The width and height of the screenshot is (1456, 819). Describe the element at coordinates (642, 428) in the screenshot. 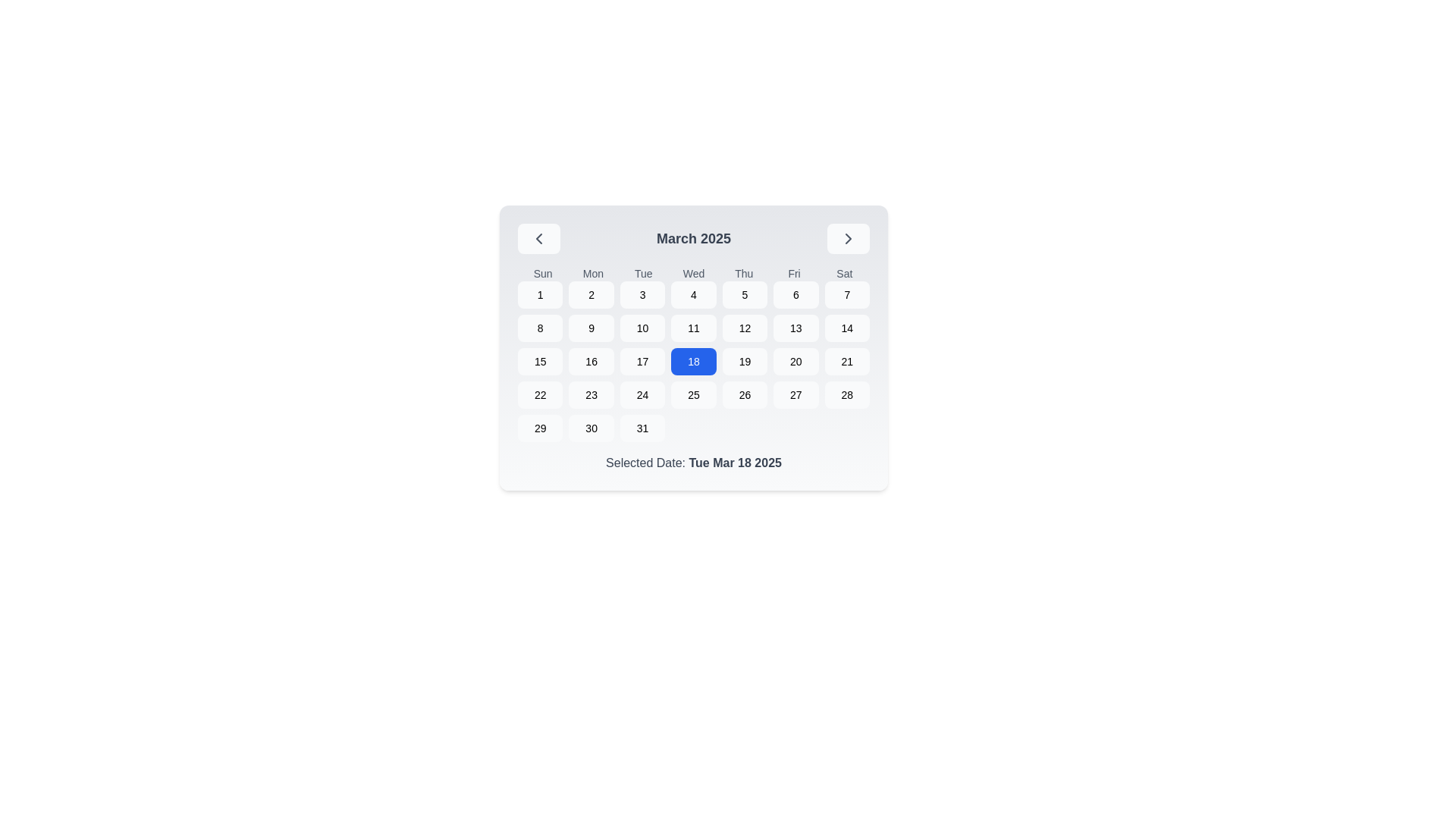

I see `the interactive calendar day cell representing the 31st day of the month` at that location.